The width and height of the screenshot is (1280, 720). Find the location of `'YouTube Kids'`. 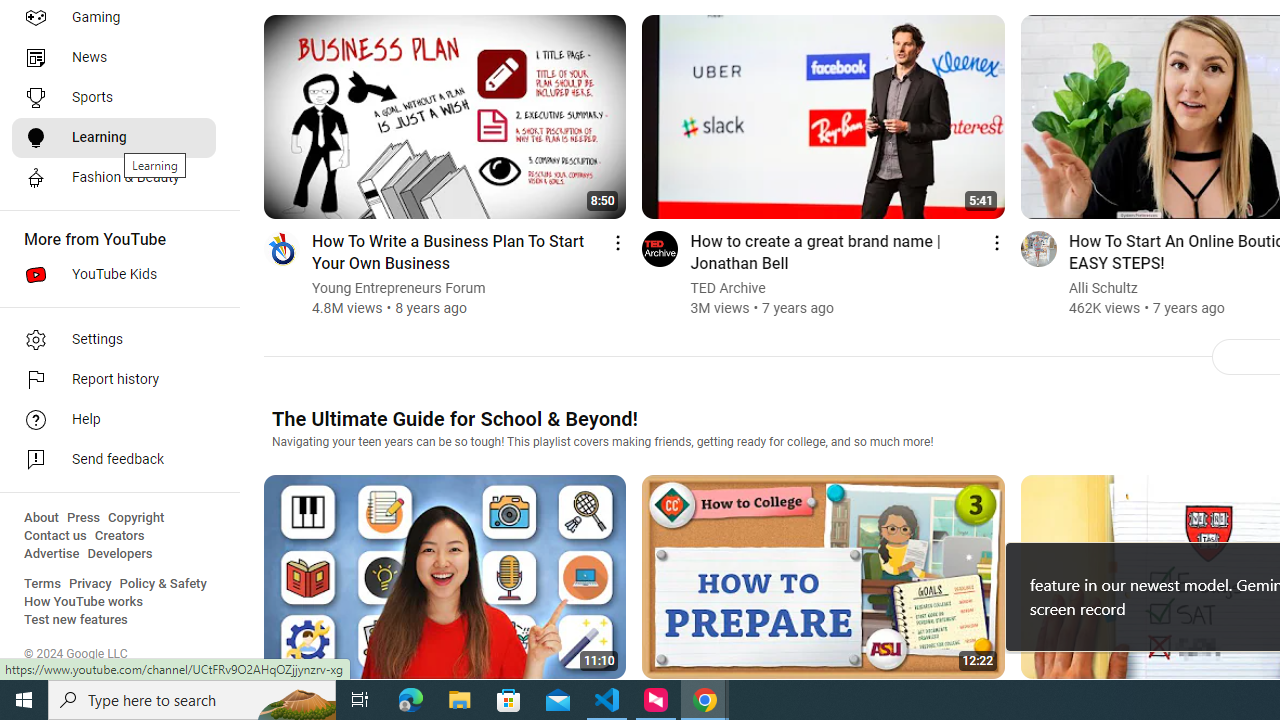

'YouTube Kids' is located at coordinates (112, 275).